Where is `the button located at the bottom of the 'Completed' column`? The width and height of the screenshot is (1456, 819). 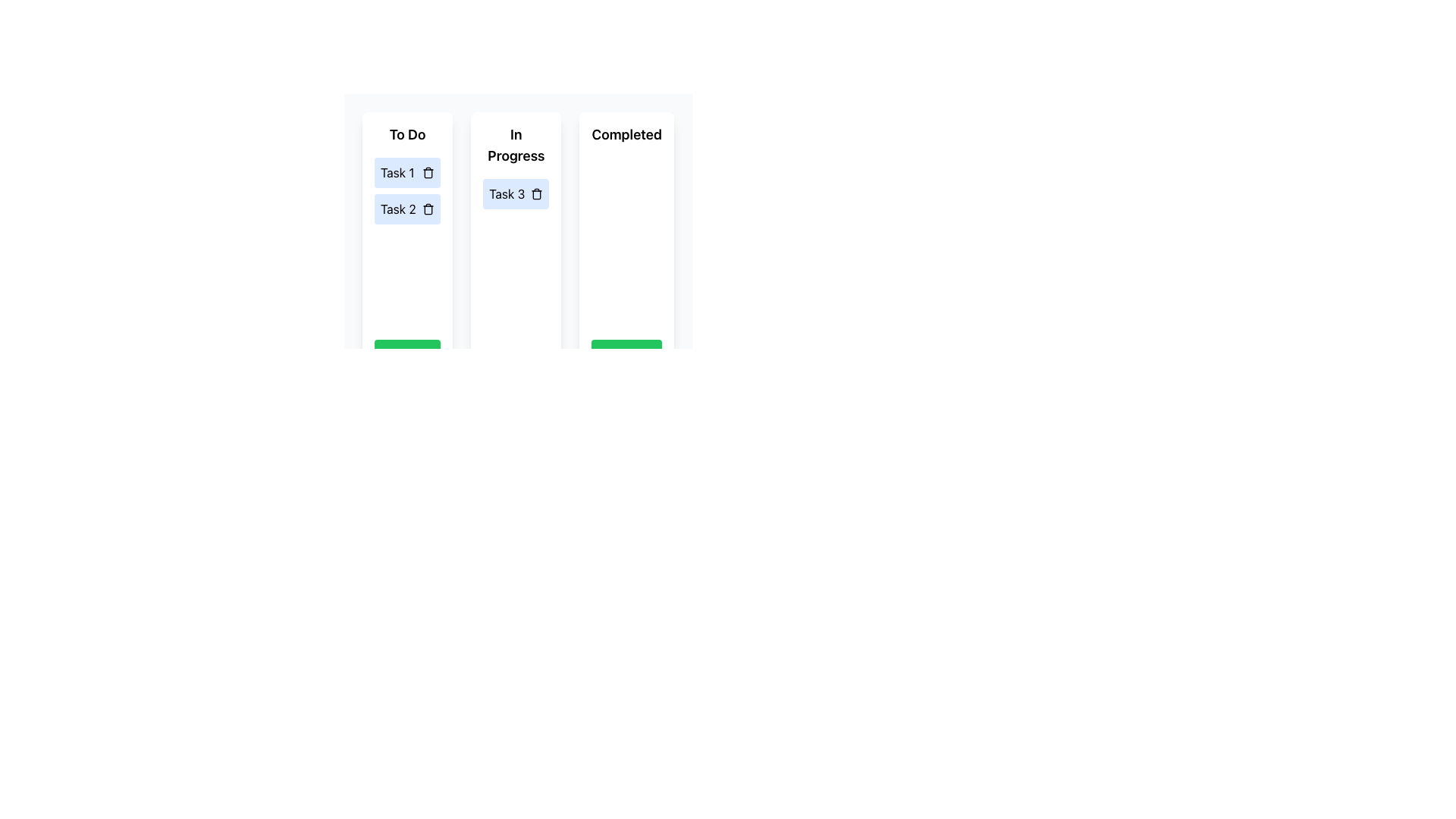
the button located at the bottom of the 'Completed' column is located at coordinates (626, 363).